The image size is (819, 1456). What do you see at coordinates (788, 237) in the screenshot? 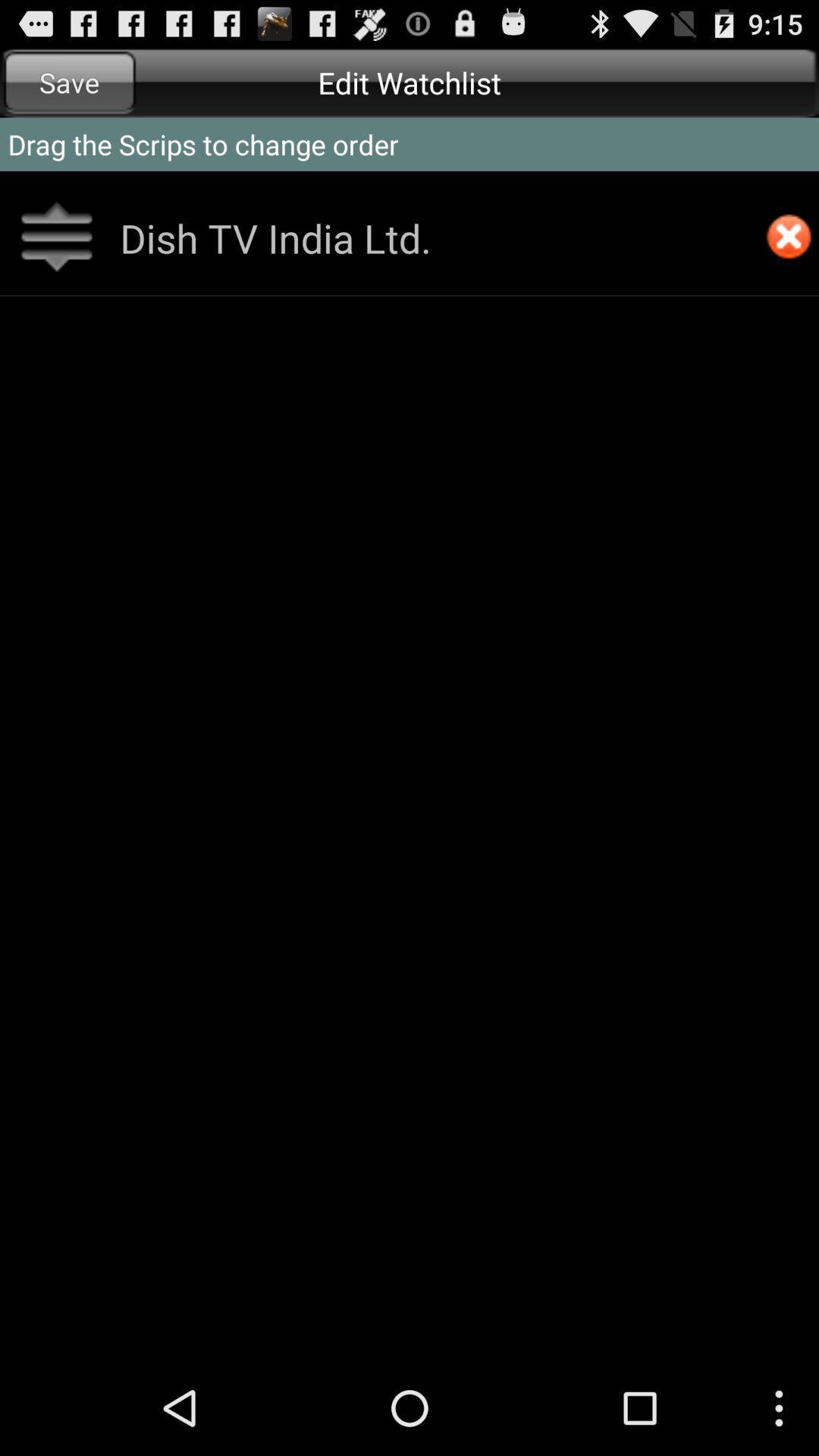
I see `delete option` at bounding box center [788, 237].